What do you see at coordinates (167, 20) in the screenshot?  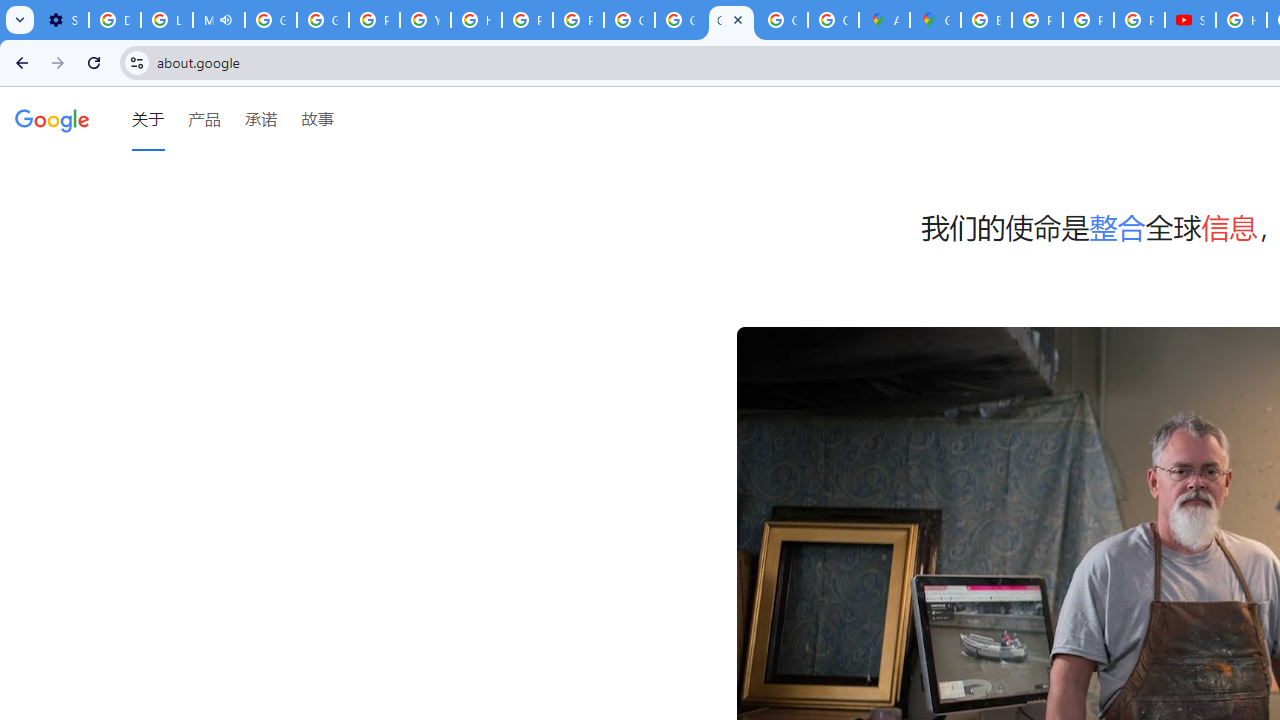 I see `'Learn how to find your photos - Google Photos Help'` at bounding box center [167, 20].